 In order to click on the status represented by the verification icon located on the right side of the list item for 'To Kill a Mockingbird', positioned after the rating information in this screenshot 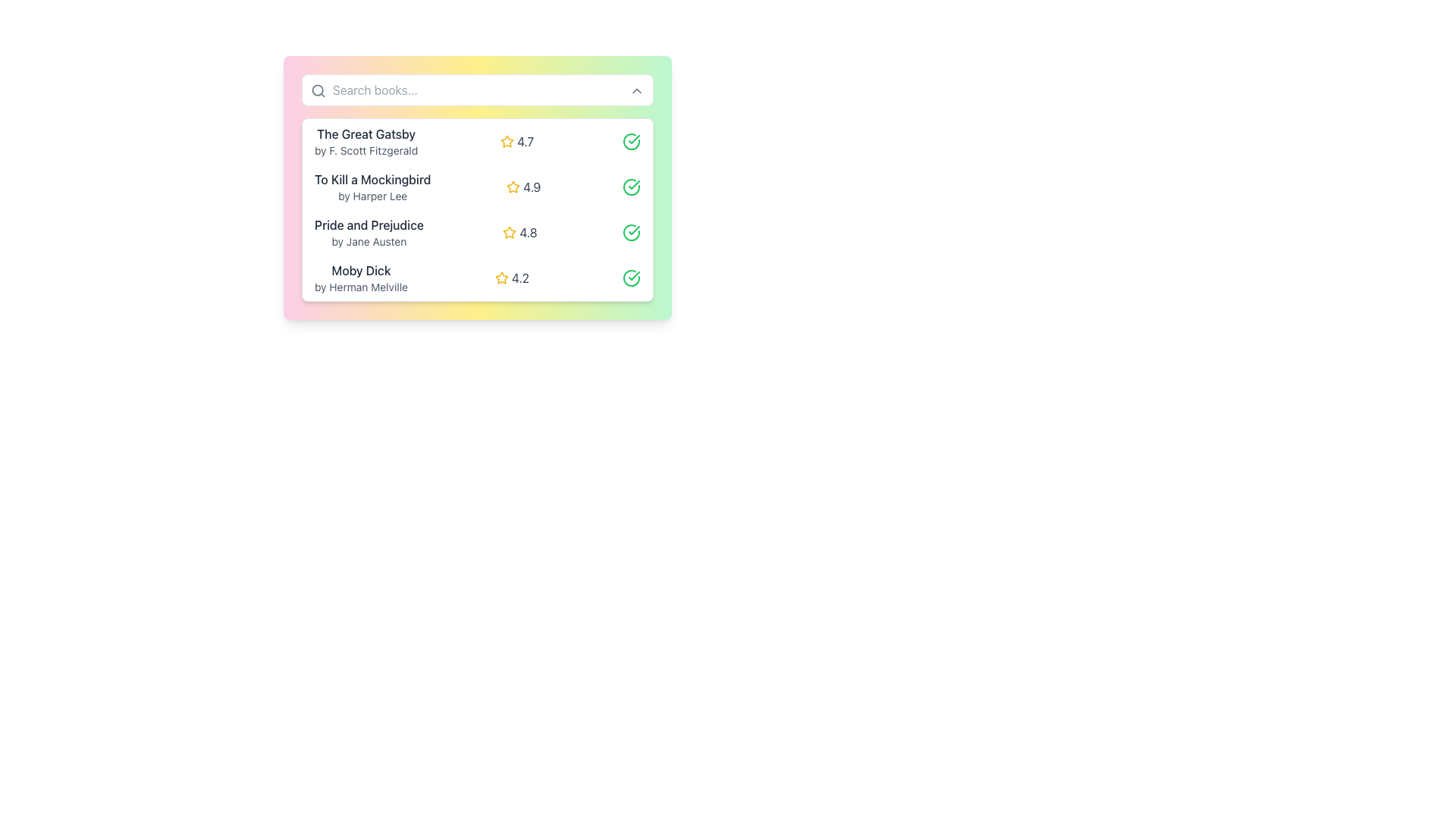, I will do `click(631, 186)`.